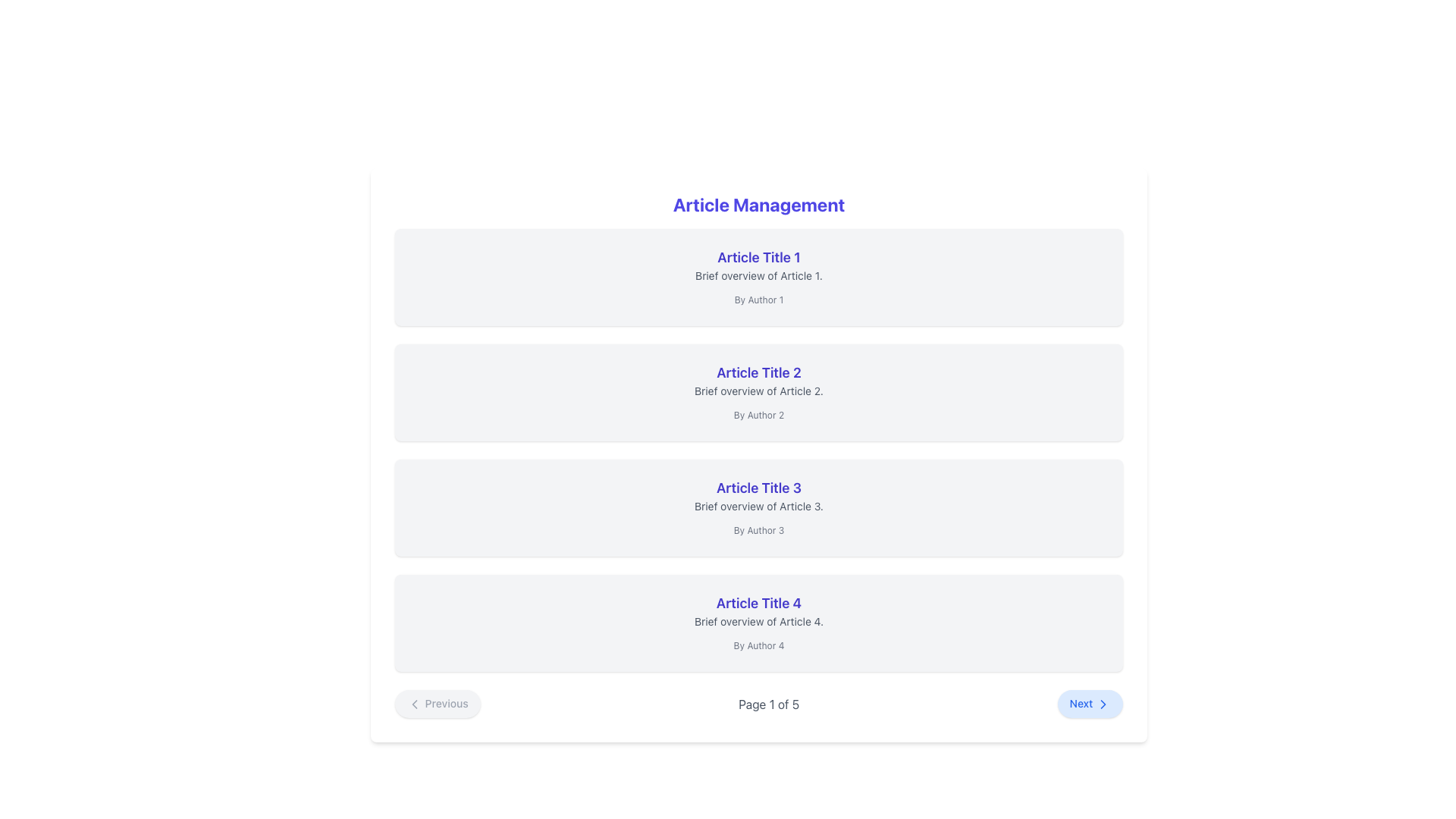 This screenshot has width=1456, height=819. I want to click on the text label displaying 'By Author 3', which is a small, light gray text located below the article title and overview in a card layout, so click(759, 529).